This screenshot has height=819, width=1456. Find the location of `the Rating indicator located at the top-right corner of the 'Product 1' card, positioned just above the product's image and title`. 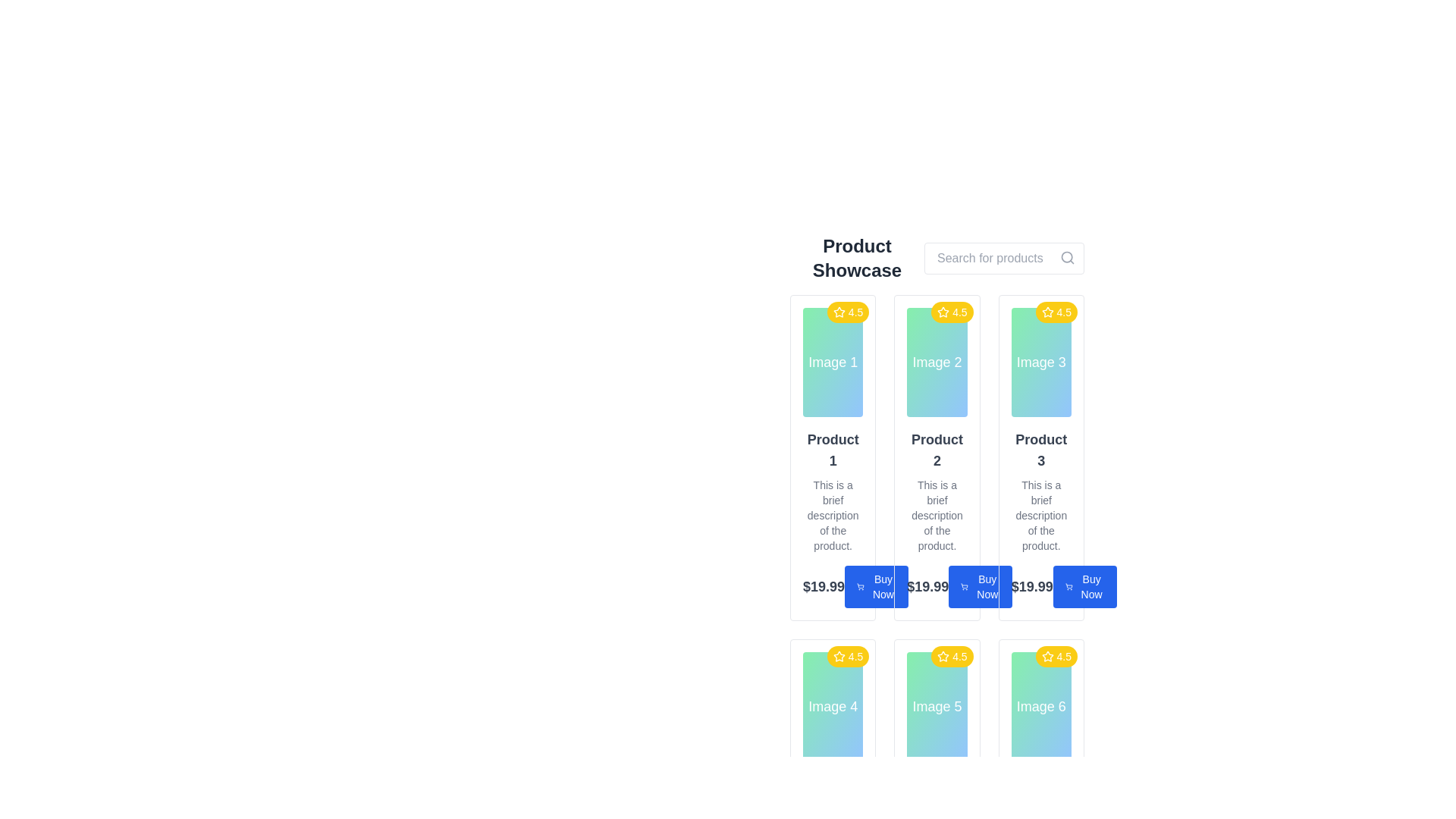

the Rating indicator located at the top-right corner of the 'Product 1' card, positioned just above the product's image and title is located at coordinates (847, 312).